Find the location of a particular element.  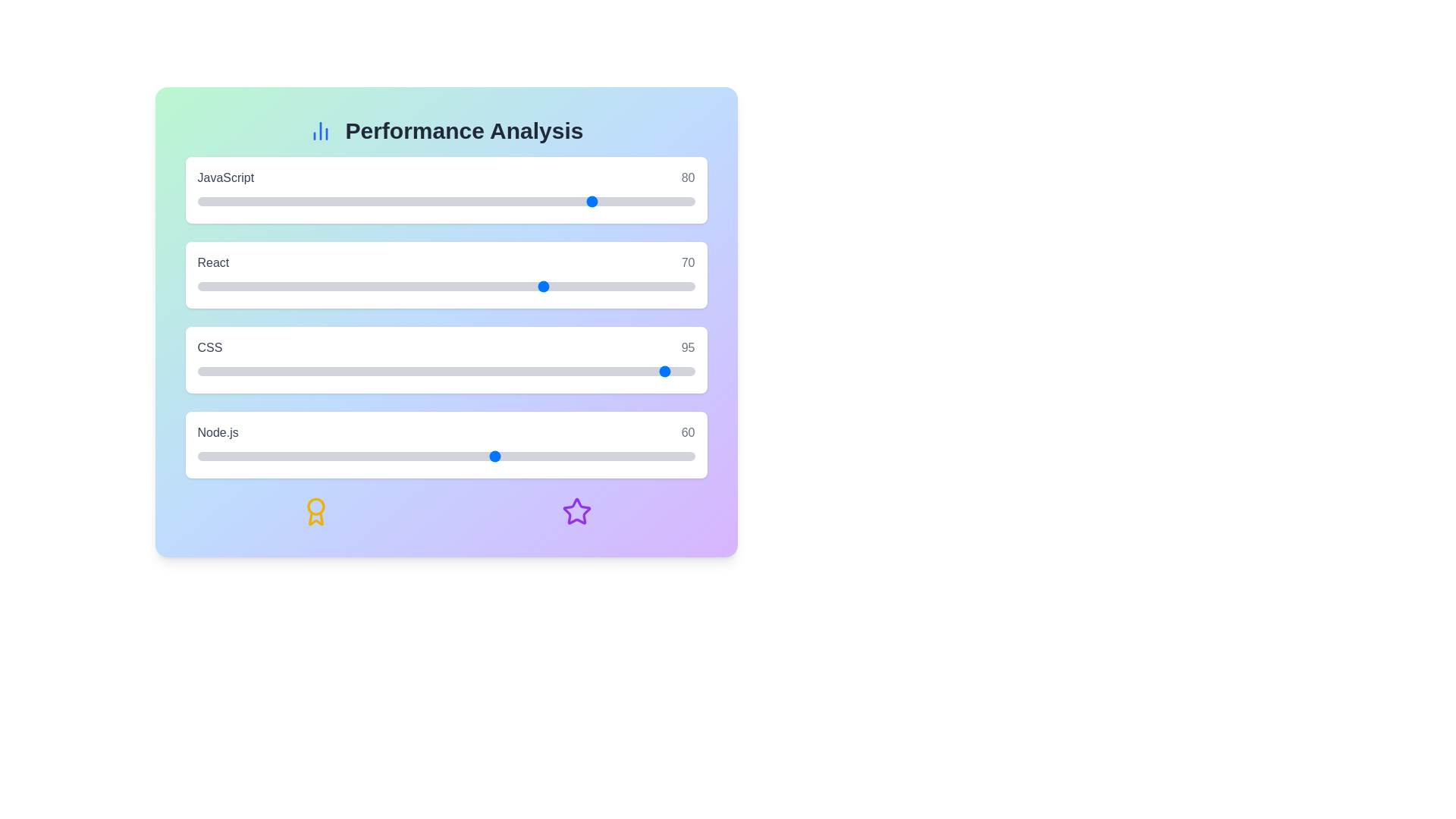

the decorative icon award is located at coordinates (315, 512).